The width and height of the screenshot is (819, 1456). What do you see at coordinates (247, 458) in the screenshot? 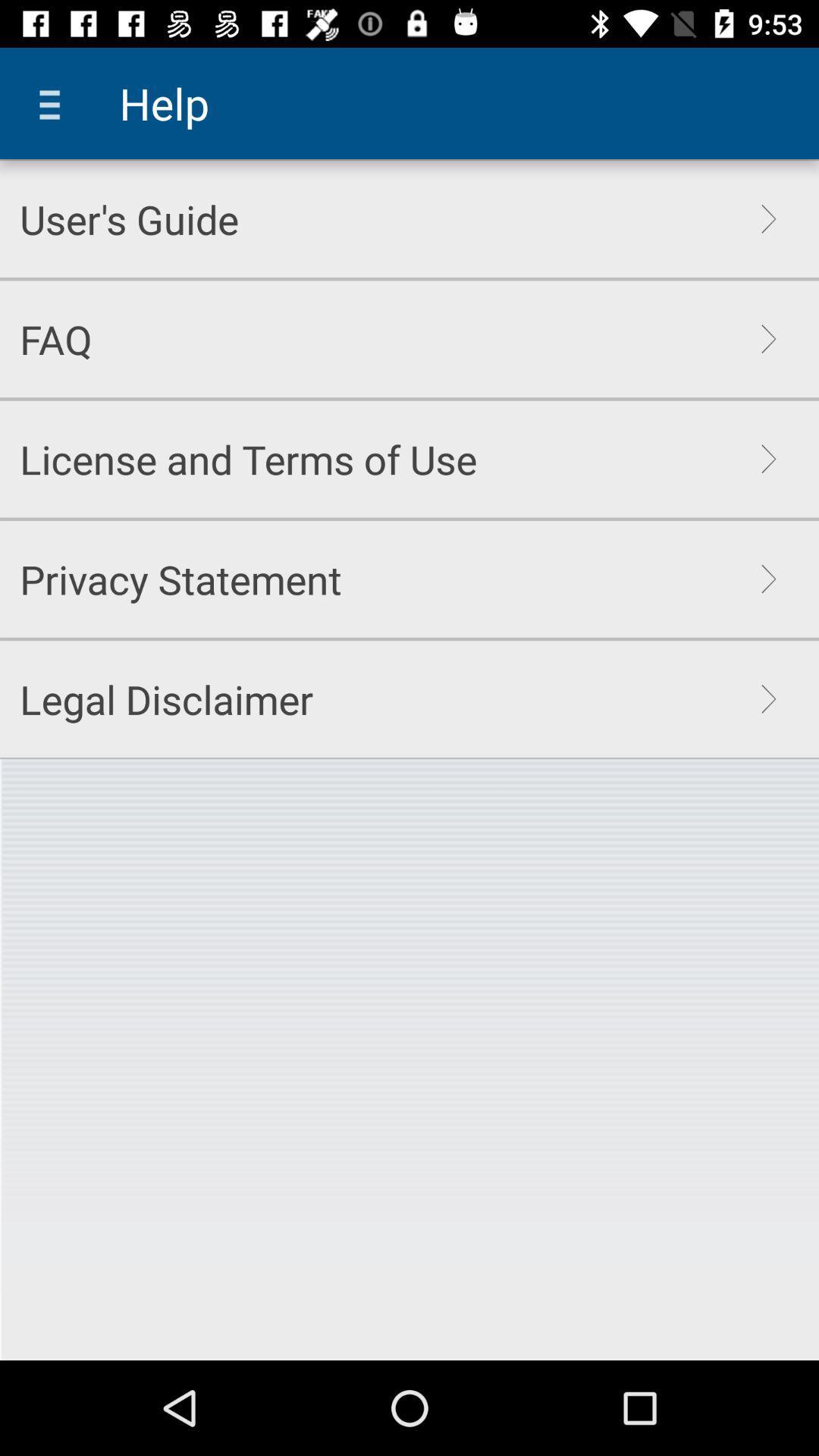
I see `license and terms icon` at bounding box center [247, 458].